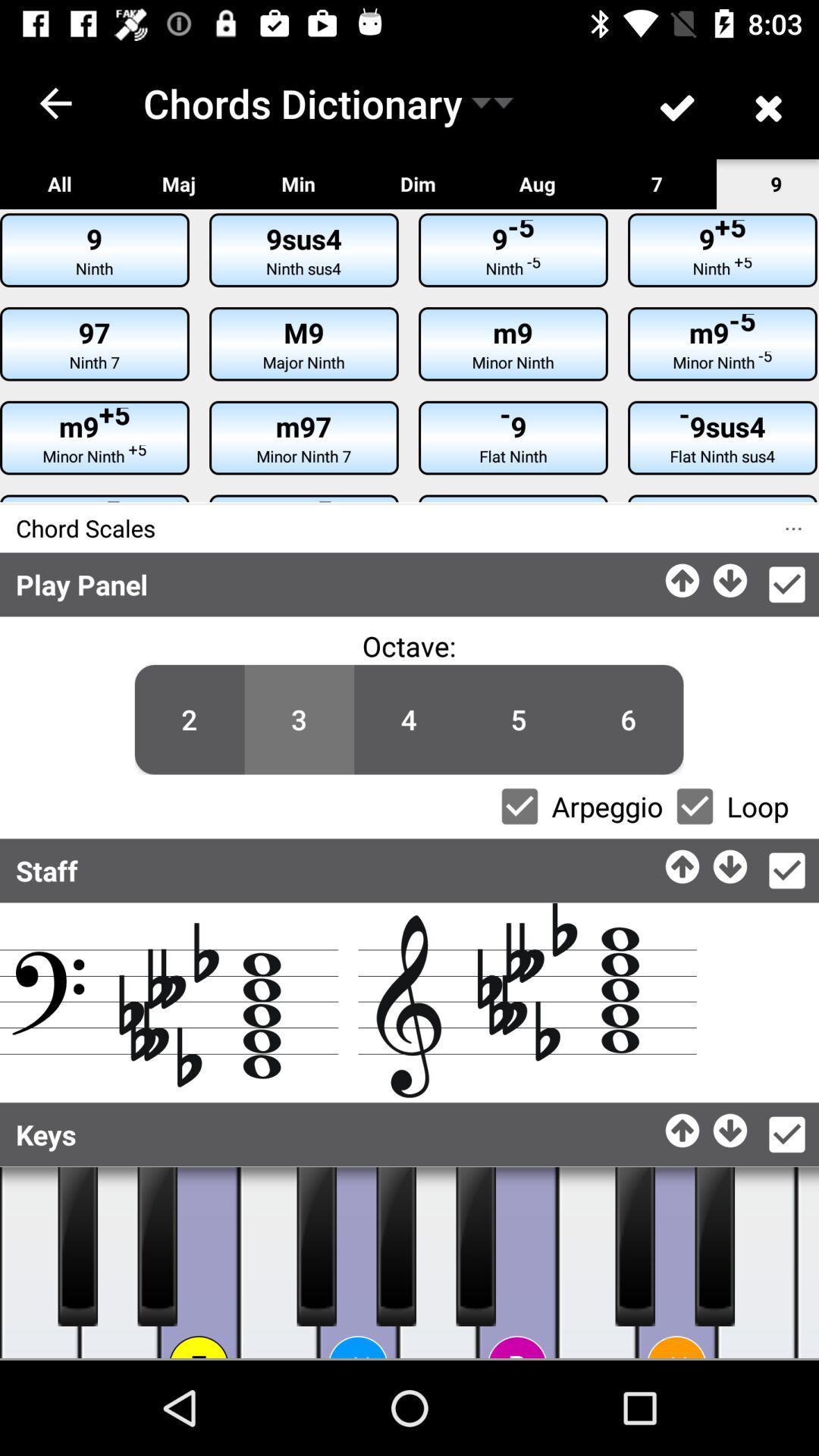  Describe the element at coordinates (683, 862) in the screenshot. I see `go up` at that location.